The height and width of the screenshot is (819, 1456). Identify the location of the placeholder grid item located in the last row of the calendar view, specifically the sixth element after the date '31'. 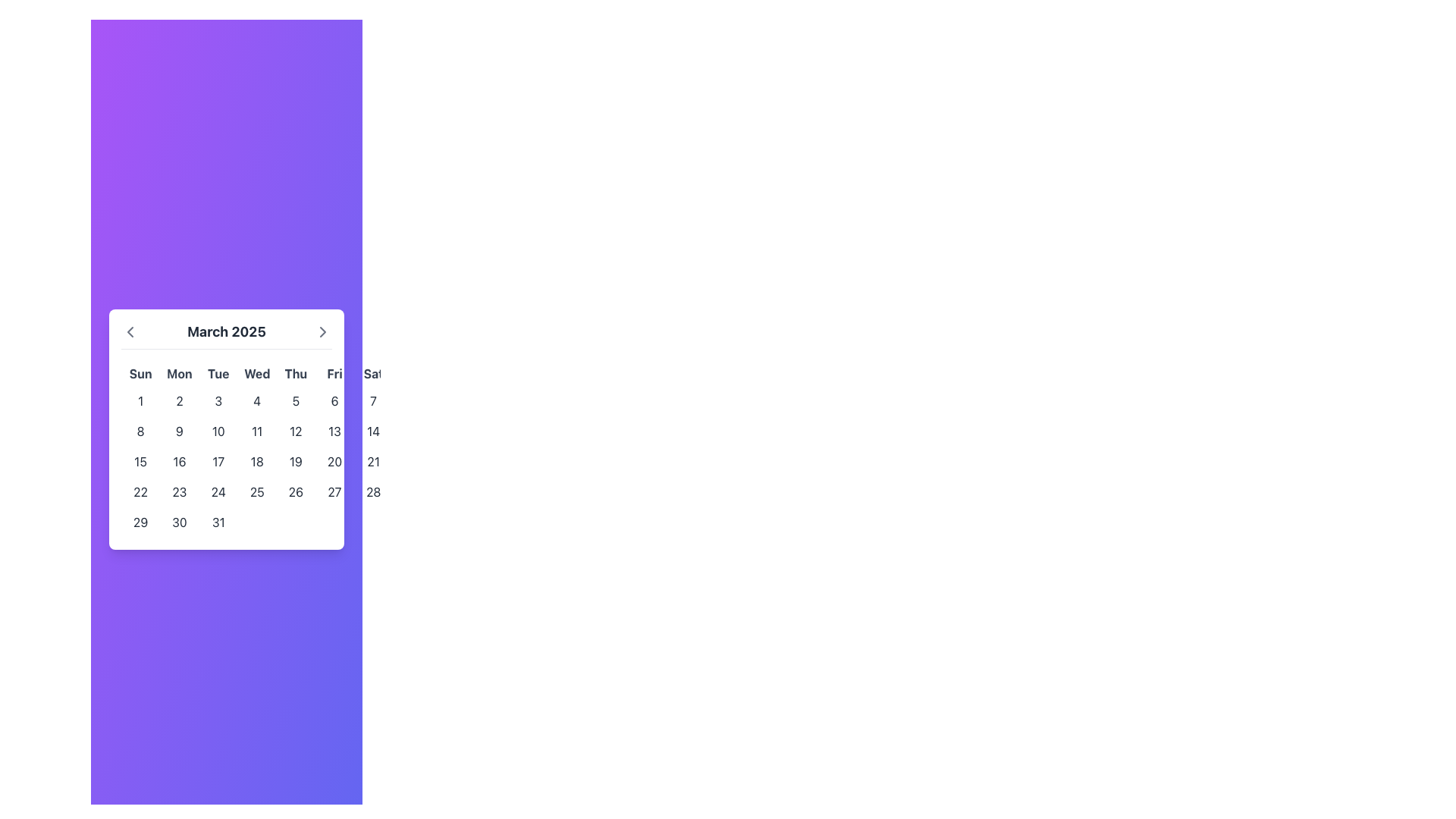
(334, 521).